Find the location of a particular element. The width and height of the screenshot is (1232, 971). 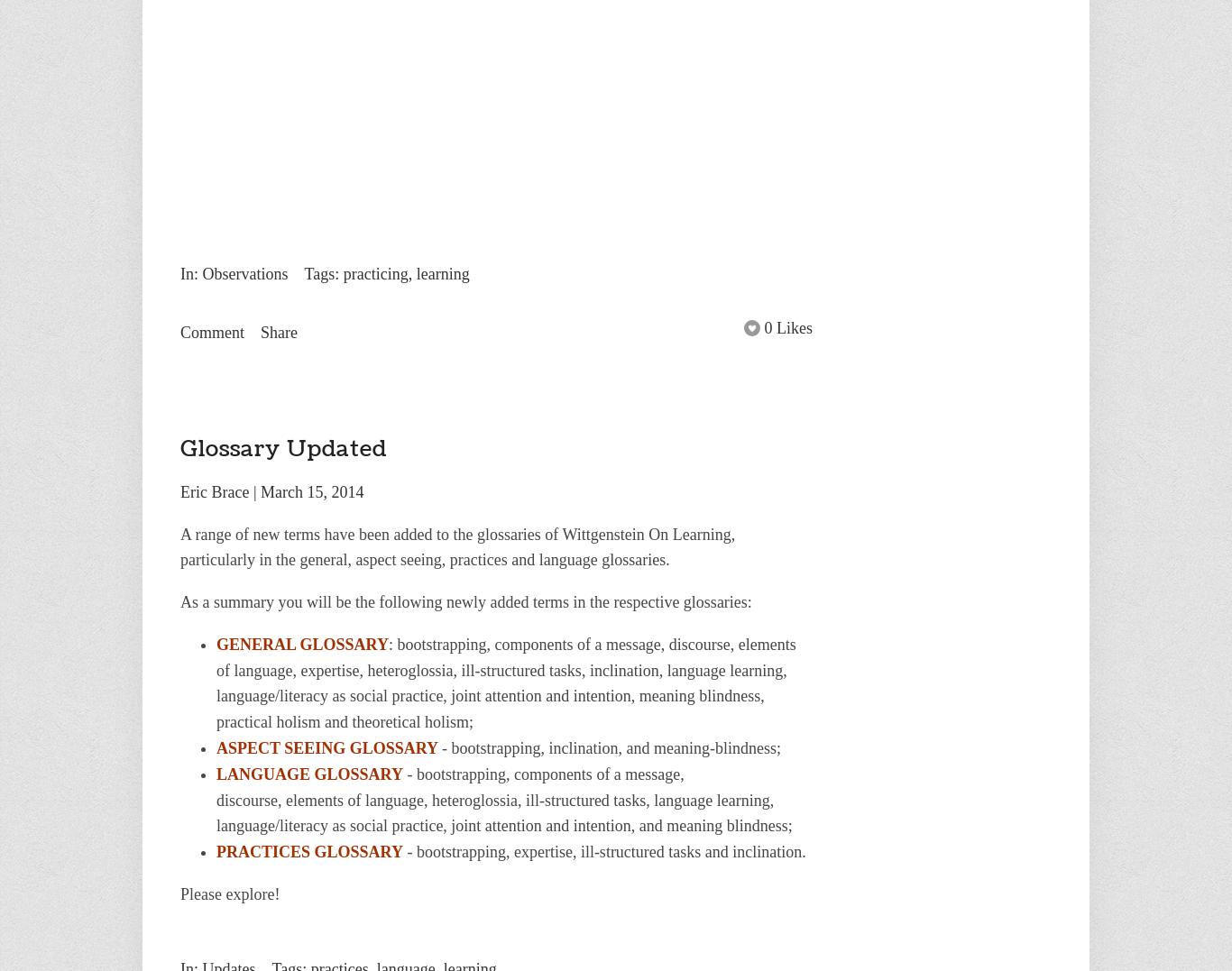

'As a summary you will be the following newly added terms in the respective glossaries:' is located at coordinates (465, 600).